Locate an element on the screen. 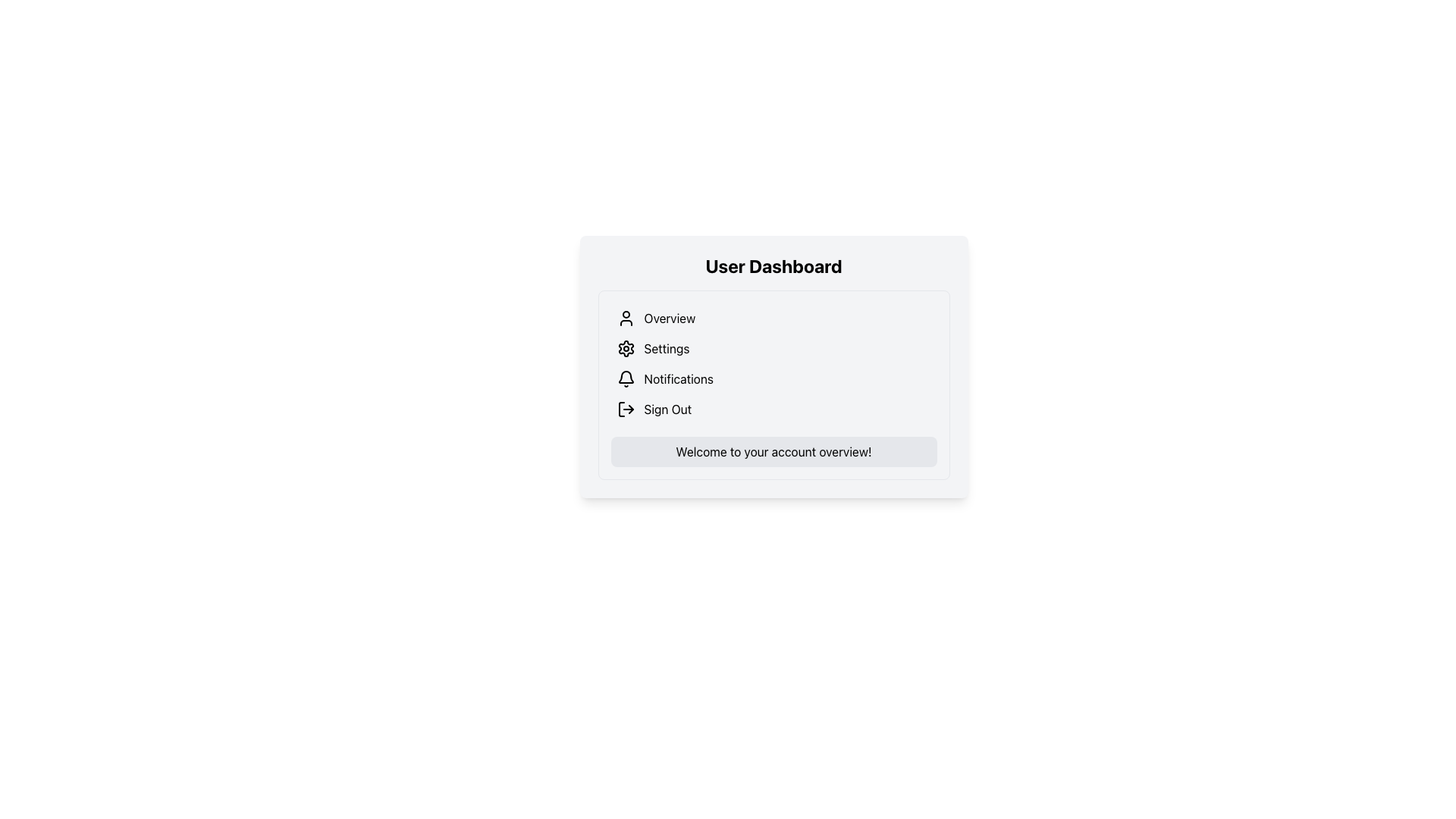  the 'Sign Out' icon located on the left side of the 'Sign Out' option in the menu under the 'User Dashboard' section is located at coordinates (626, 409).